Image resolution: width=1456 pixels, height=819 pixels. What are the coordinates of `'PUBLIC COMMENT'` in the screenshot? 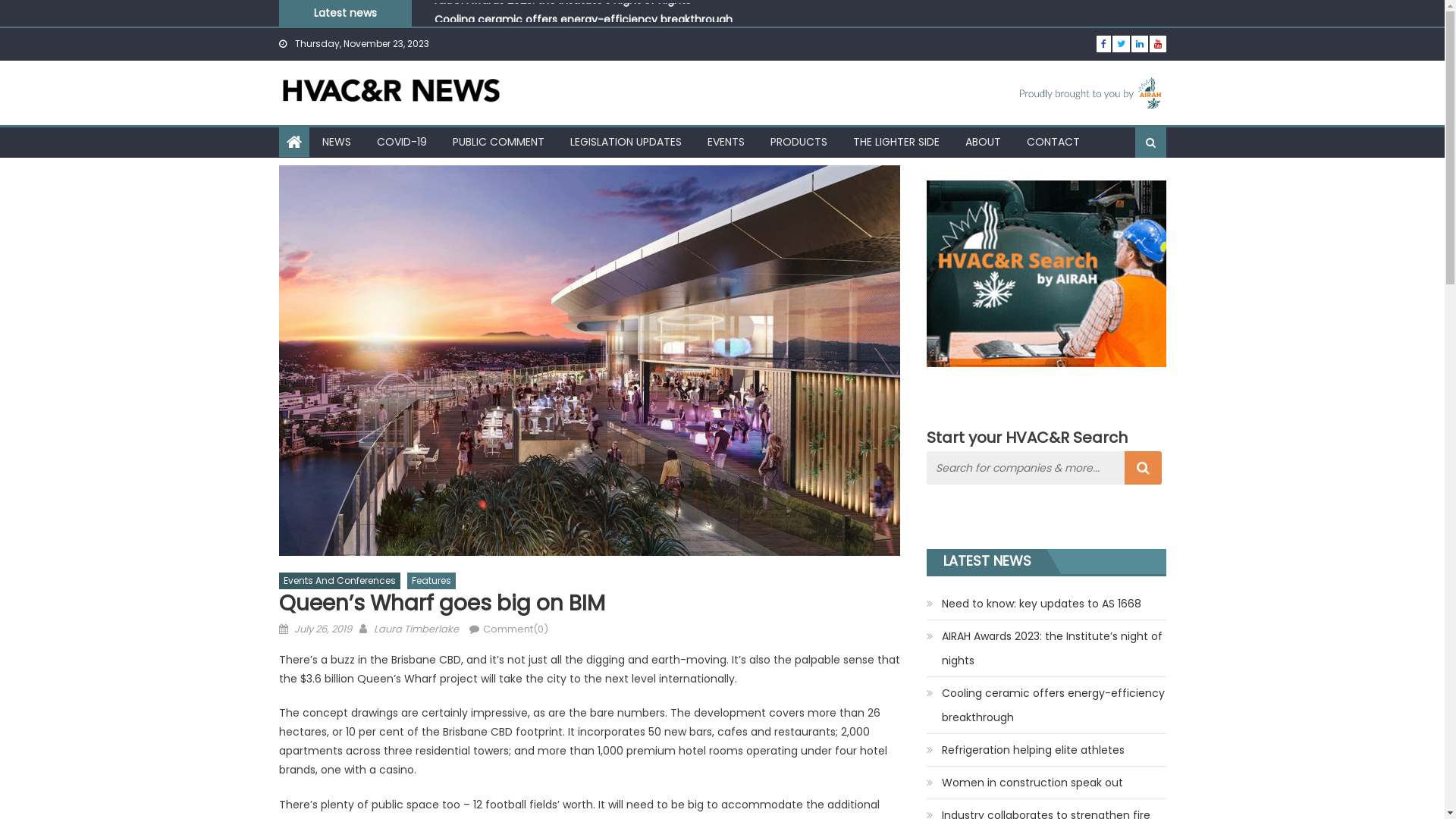 It's located at (498, 141).